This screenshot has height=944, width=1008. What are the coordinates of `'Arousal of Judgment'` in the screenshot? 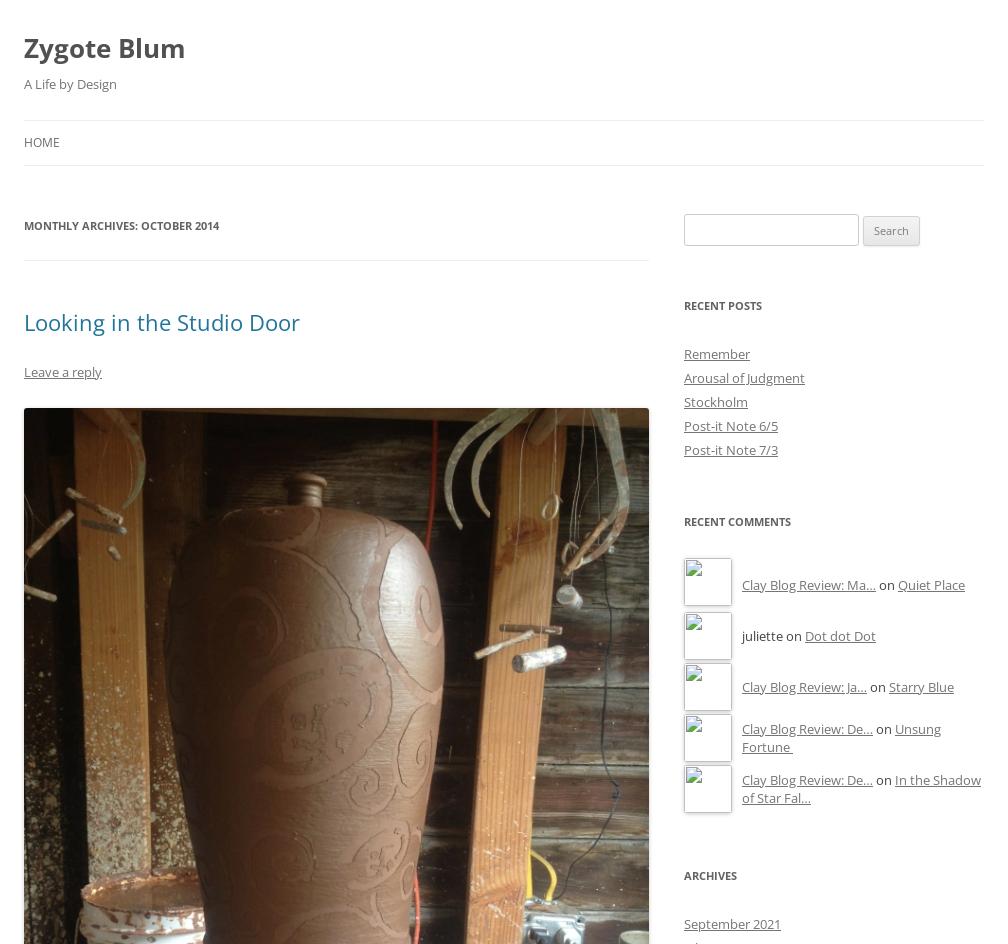 It's located at (744, 377).